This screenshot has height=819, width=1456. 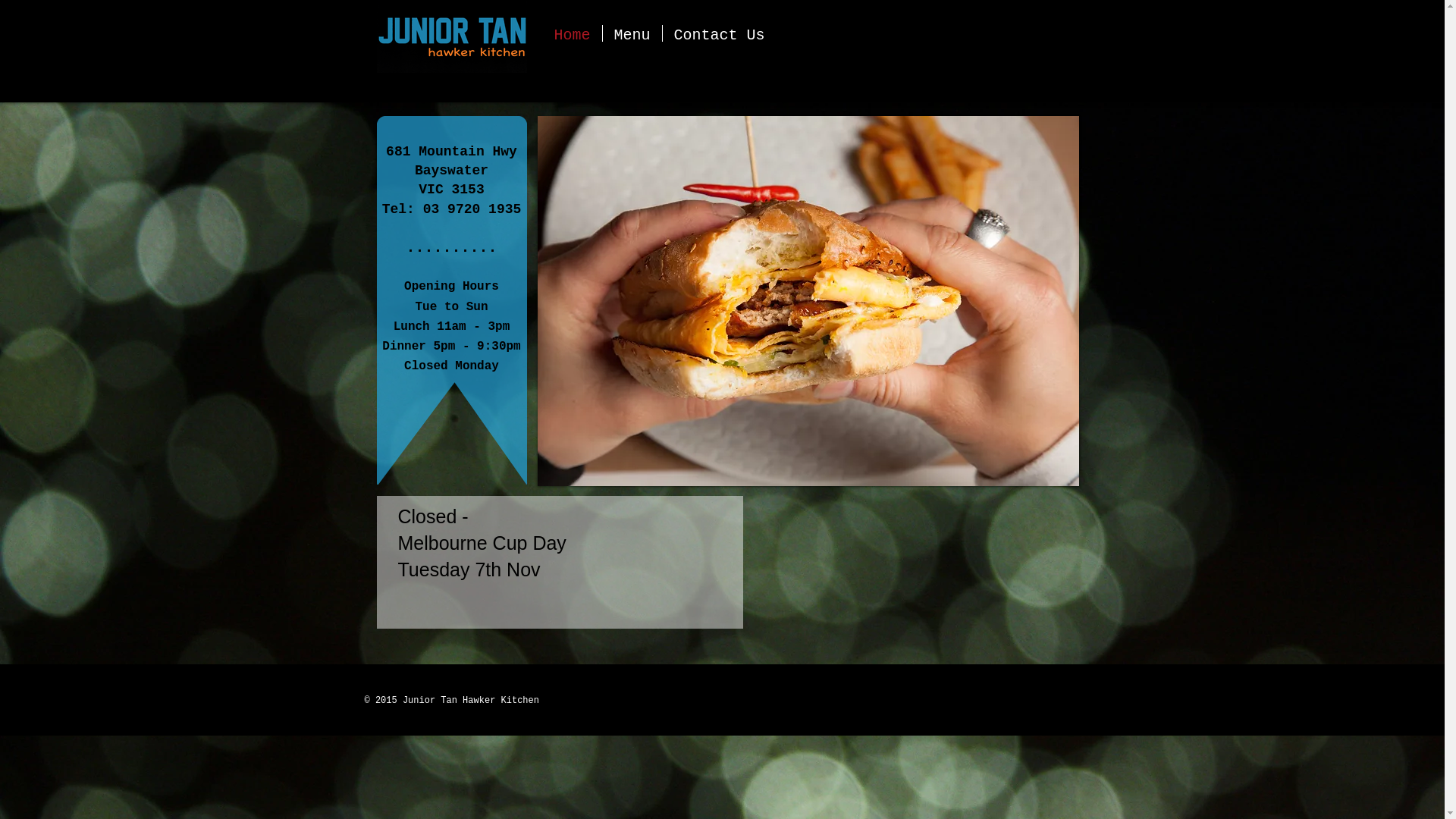 I want to click on 'Menu', so click(x=632, y=33).